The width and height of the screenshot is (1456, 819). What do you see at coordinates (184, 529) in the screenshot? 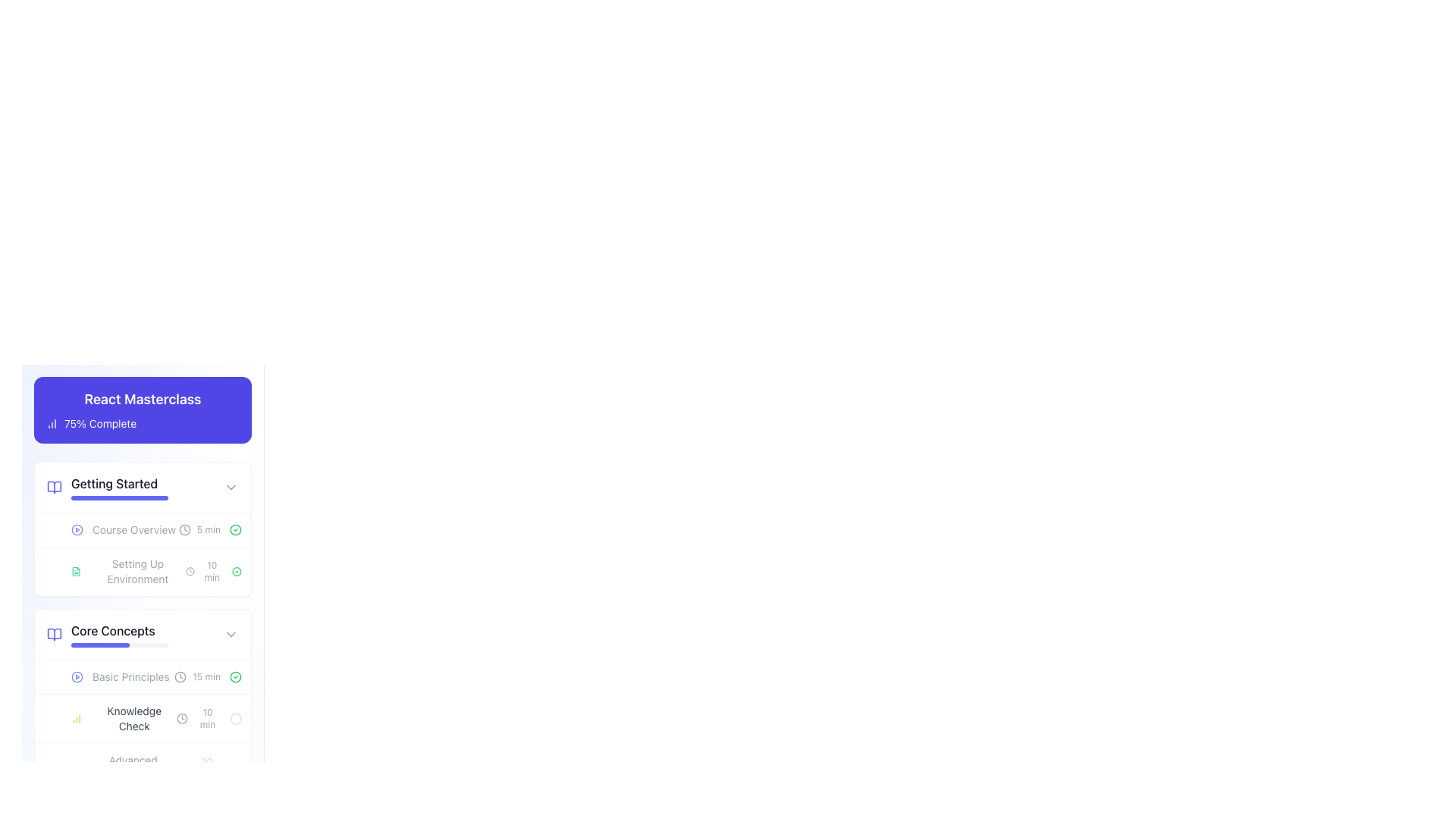
I see `the SVG Circle in the clock icon indicating time duration, which is adjacent to the text line displaying '5 min' in the 'Course Overview' lesson module` at bounding box center [184, 529].